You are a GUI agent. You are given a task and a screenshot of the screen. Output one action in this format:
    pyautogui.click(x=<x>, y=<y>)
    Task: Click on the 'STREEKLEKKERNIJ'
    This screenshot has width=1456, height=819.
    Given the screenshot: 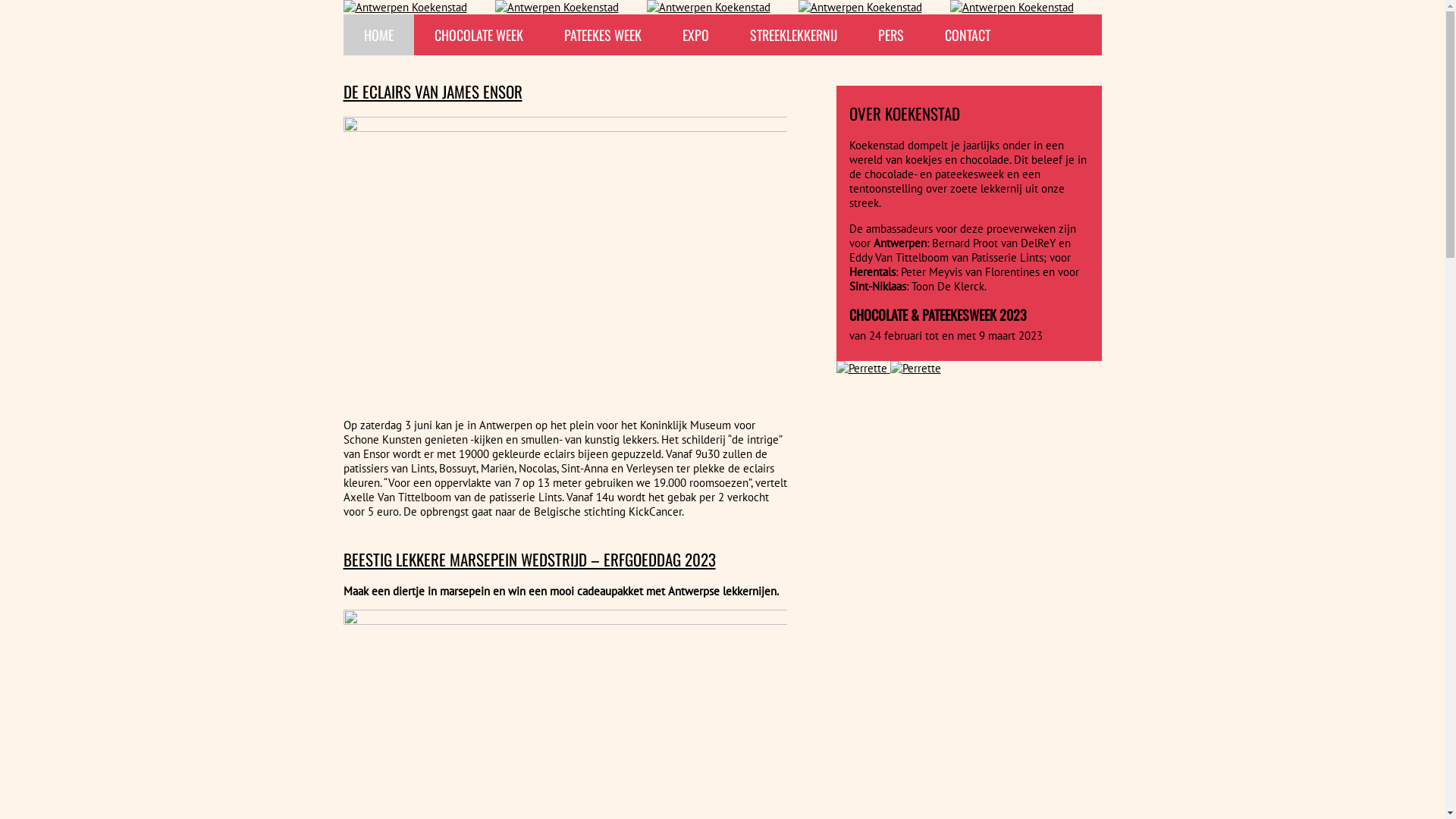 What is the action you would take?
    pyautogui.click(x=792, y=34)
    